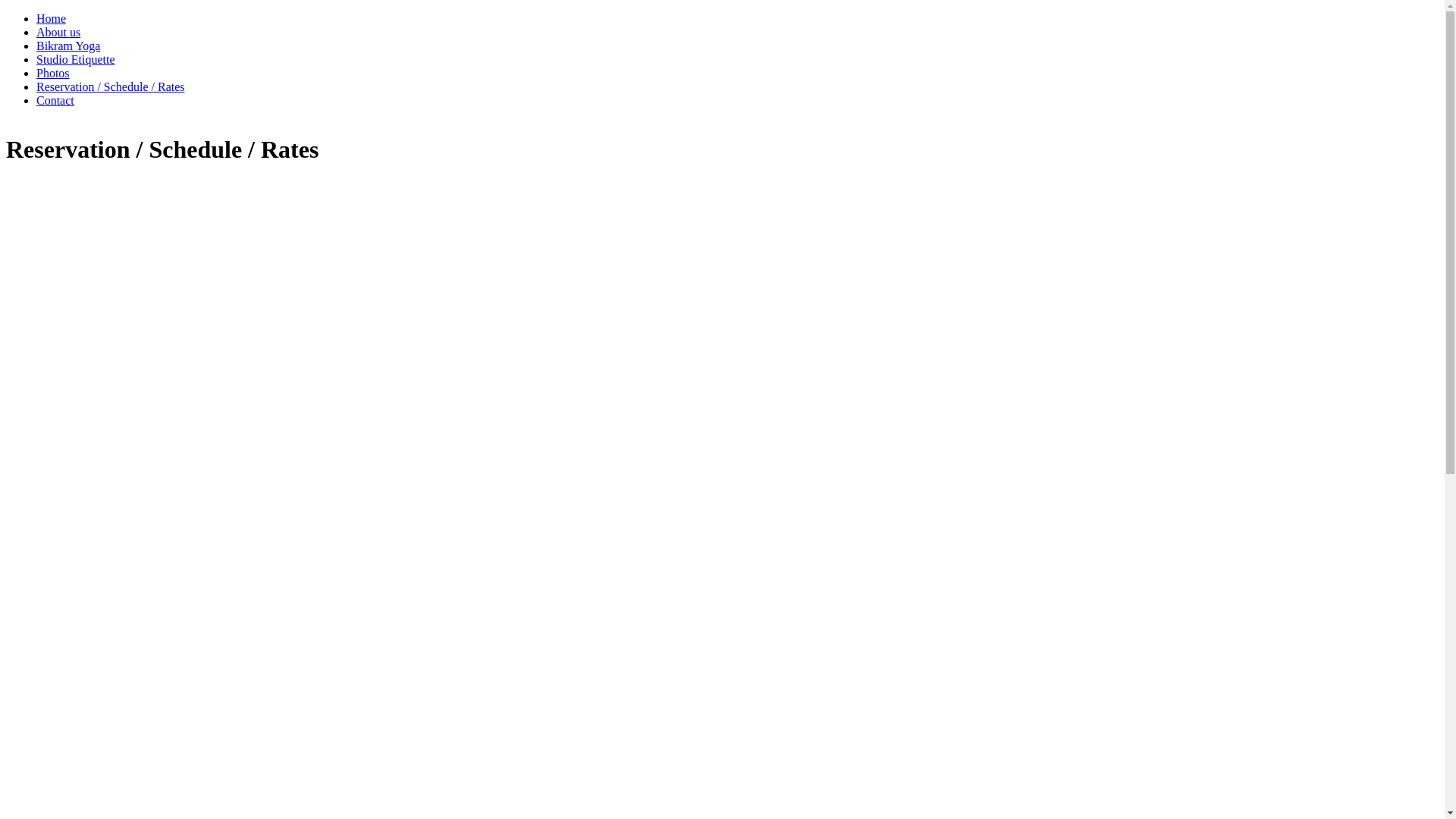  Describe the element at coordinates (55, 100) in the screenshot. I see `'Contact'` at that location.